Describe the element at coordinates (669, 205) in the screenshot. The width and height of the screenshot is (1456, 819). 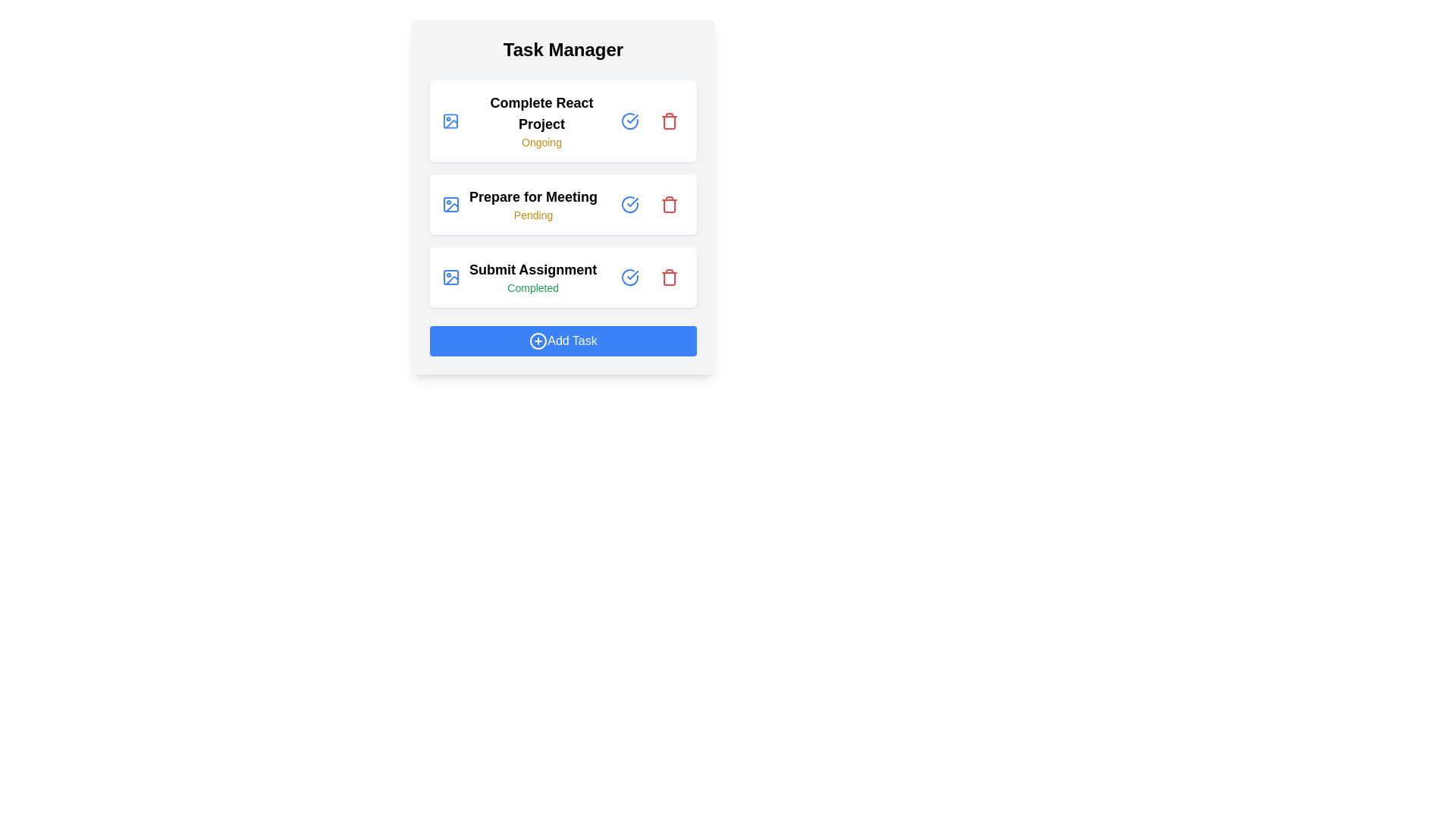
I see `'Trash' button for the task titled 'Prepare for Meeting' to delete it` at that location.